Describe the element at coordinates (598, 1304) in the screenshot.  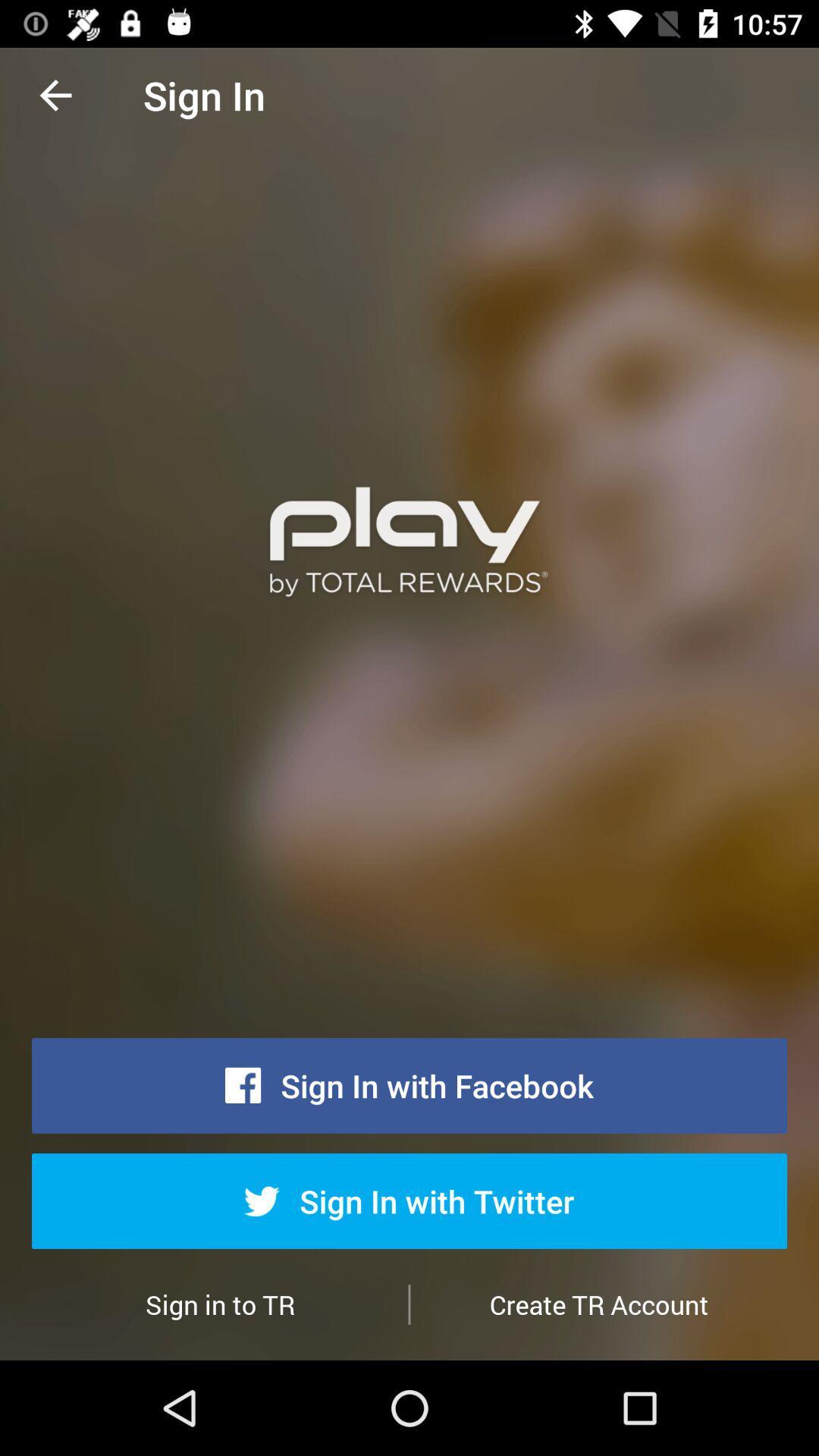
I see `create tr account item` at that location.